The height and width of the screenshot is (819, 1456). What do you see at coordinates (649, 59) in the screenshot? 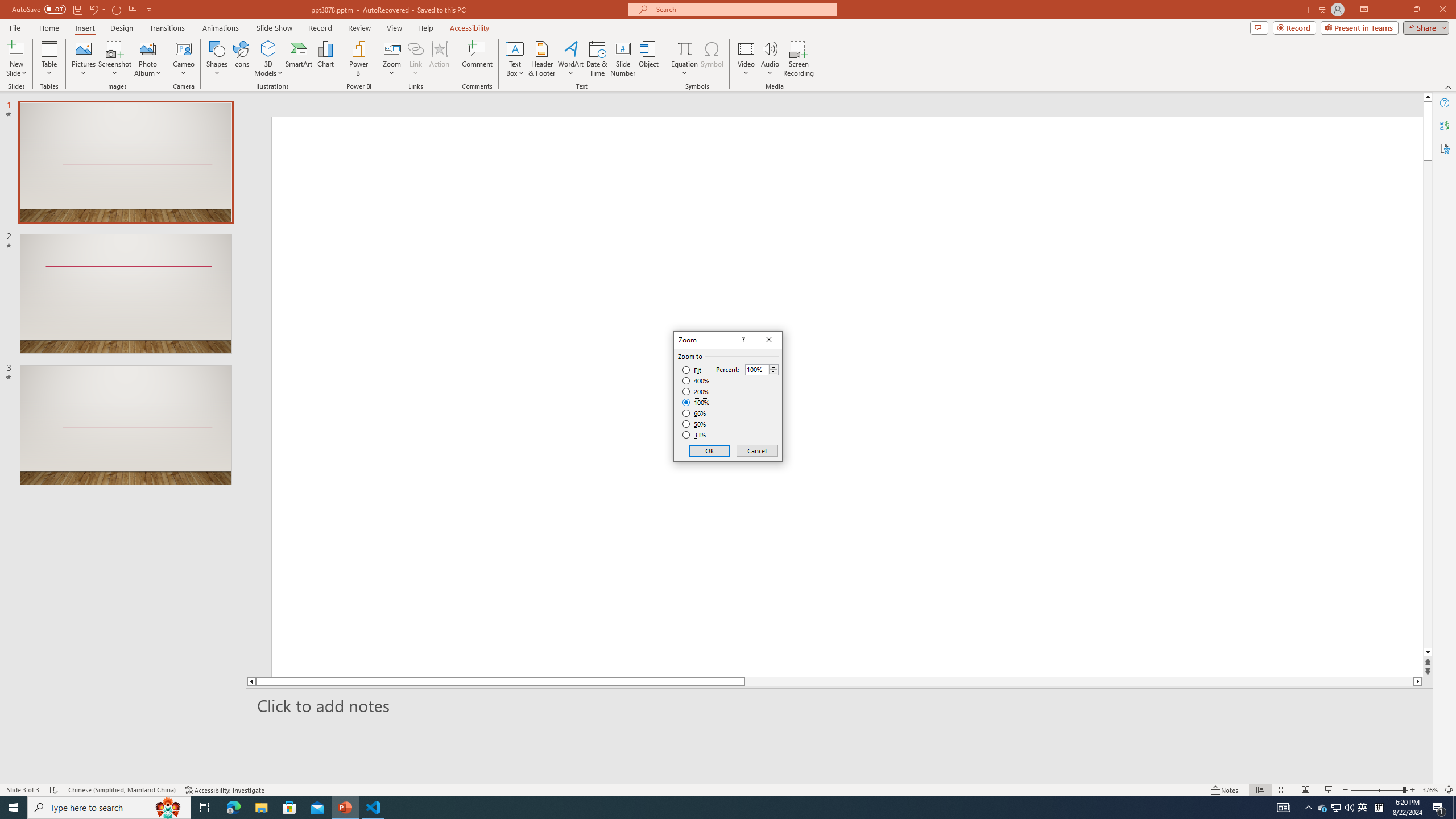
I see `'Object...'` at bounding box center [649, 59].